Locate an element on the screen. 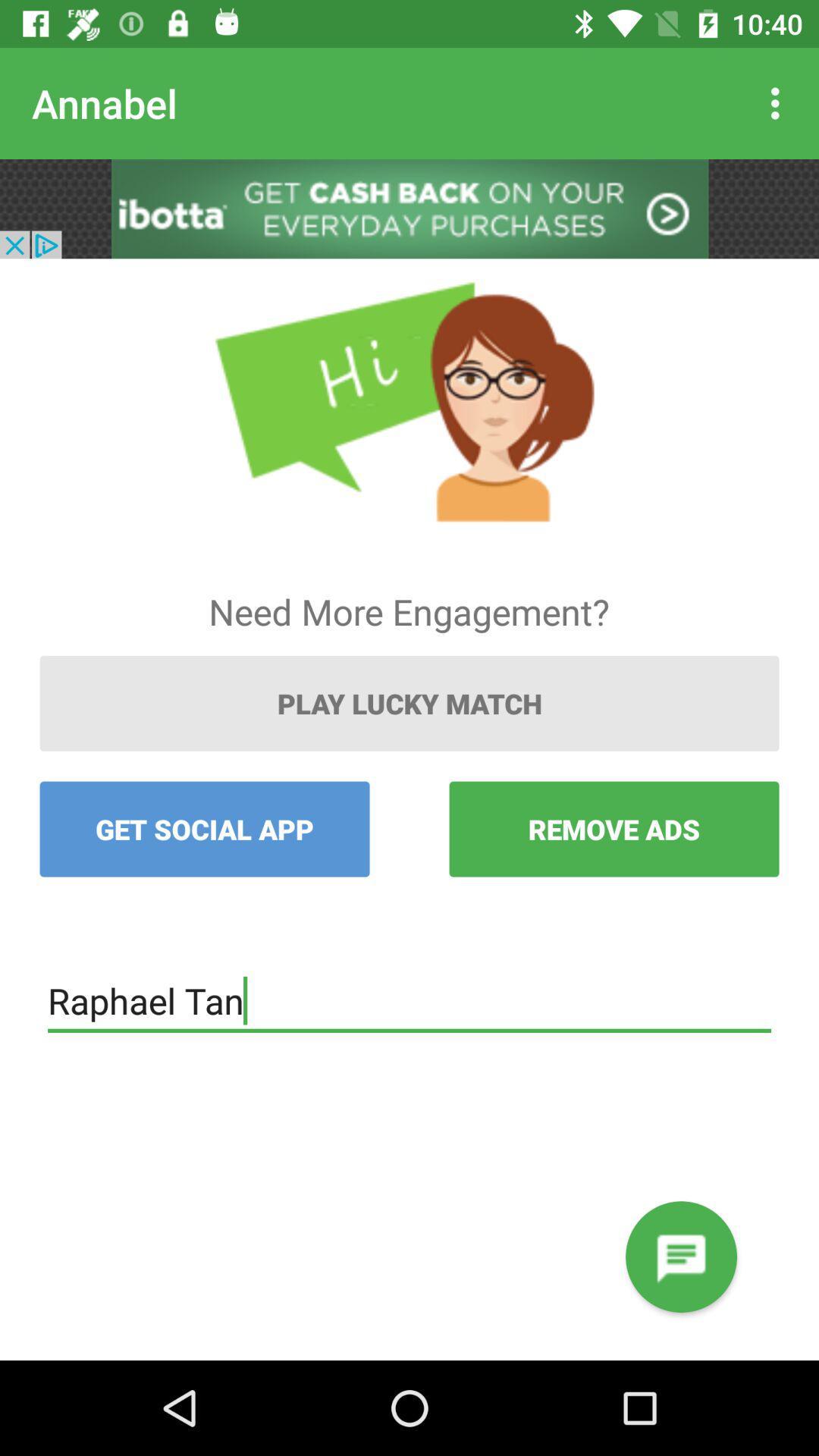  the chat icon is located at coordinates (680, 1257).